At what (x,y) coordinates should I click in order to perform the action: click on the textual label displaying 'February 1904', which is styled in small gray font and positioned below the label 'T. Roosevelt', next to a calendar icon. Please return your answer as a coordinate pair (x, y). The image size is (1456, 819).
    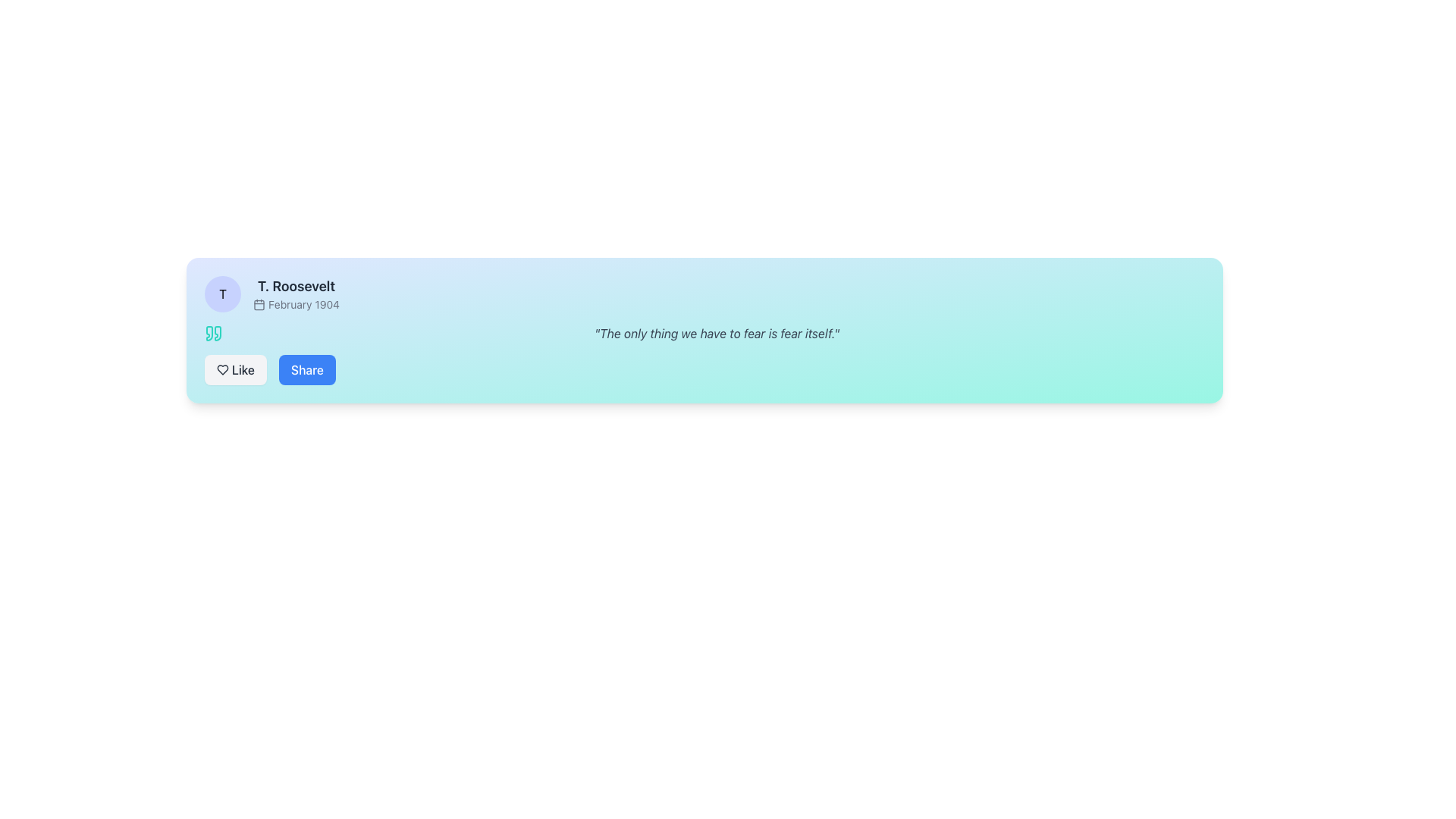
    Looking at the image, I should click on (297, 304).